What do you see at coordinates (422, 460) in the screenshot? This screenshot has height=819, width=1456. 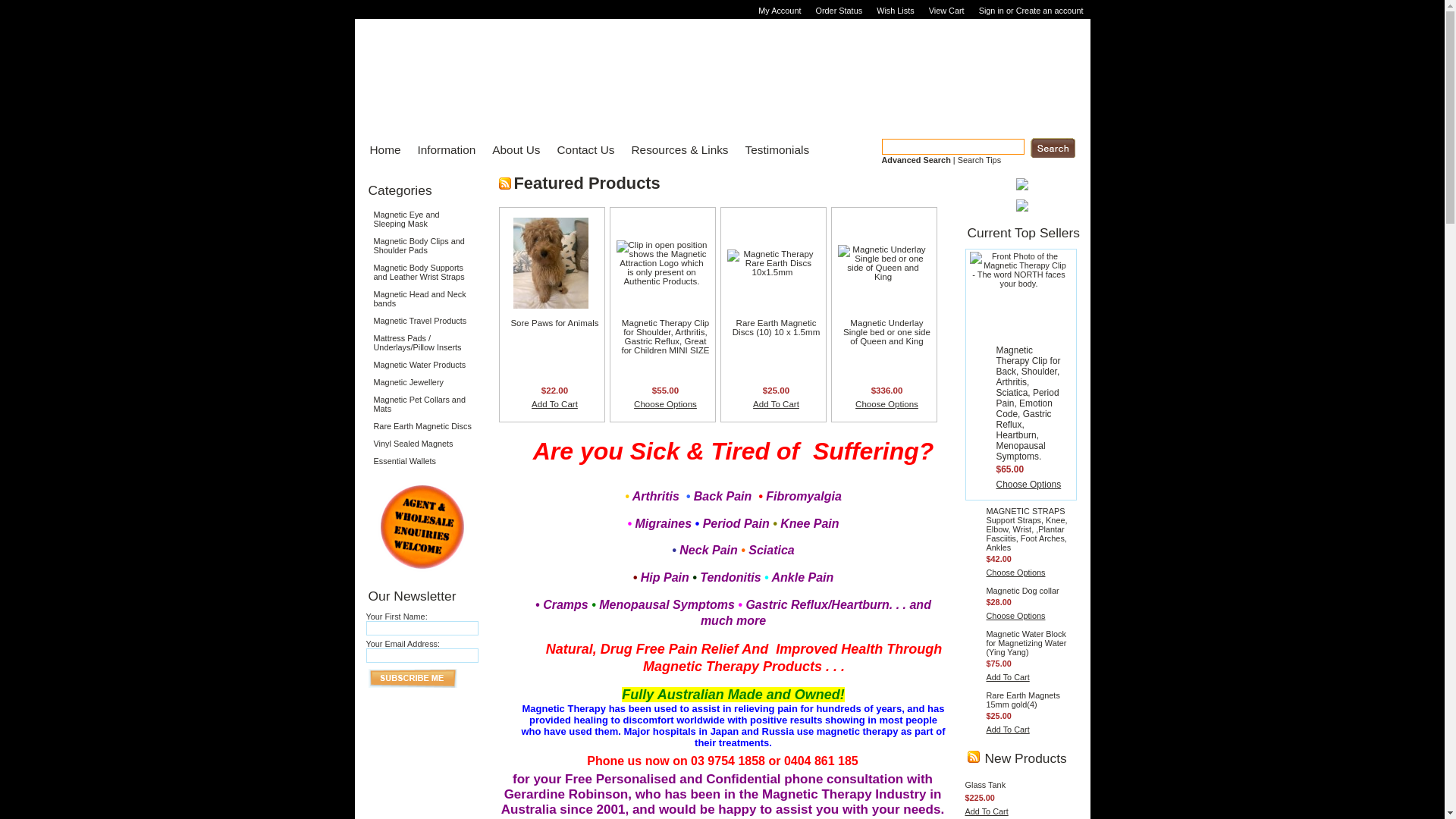 I see `'Essential Wallets'` at bounding box center [422, 460].